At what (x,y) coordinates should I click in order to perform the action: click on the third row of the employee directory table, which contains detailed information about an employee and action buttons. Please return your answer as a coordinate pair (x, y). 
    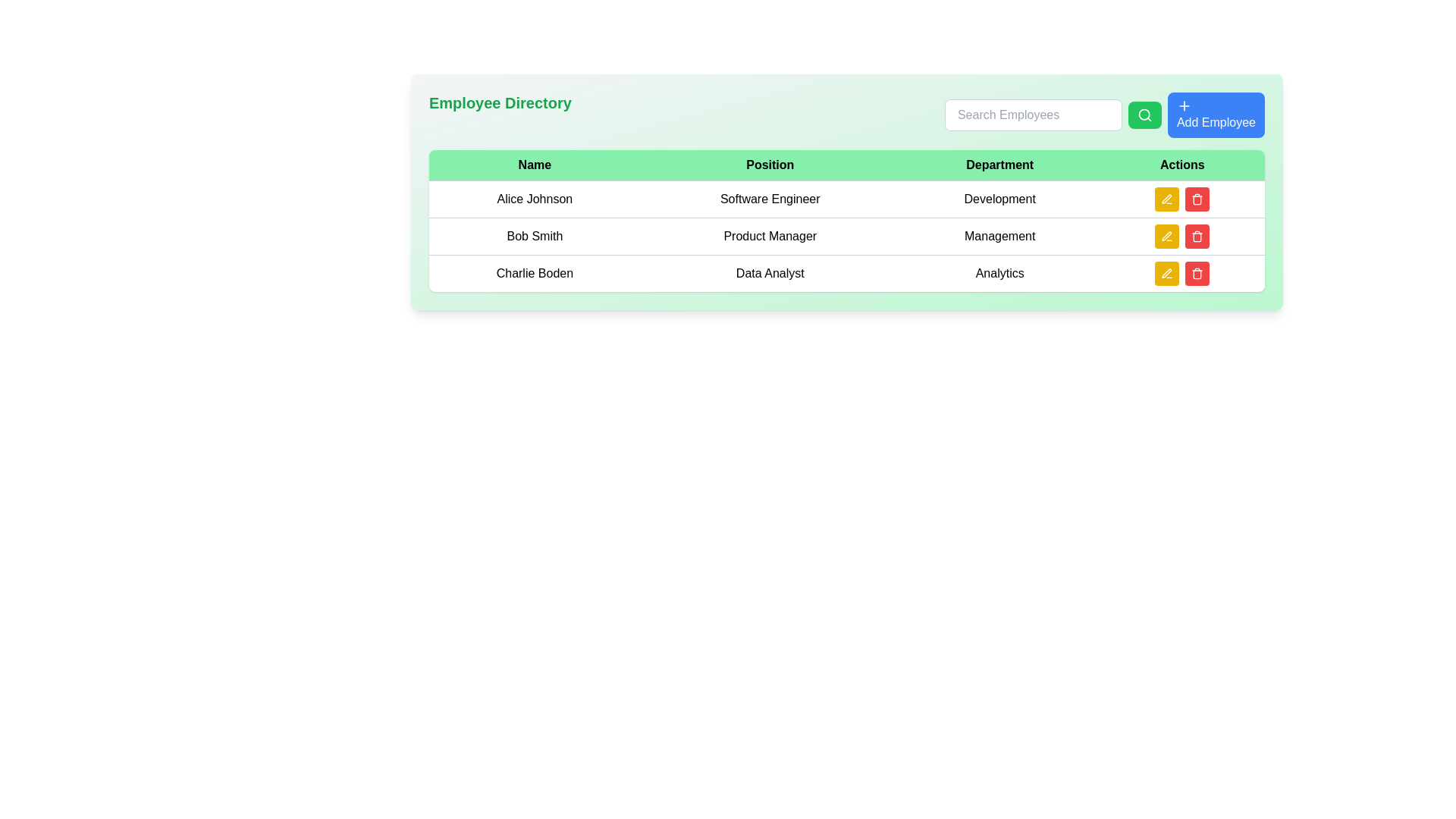
    Looking at the image, I should click on (846, 271).